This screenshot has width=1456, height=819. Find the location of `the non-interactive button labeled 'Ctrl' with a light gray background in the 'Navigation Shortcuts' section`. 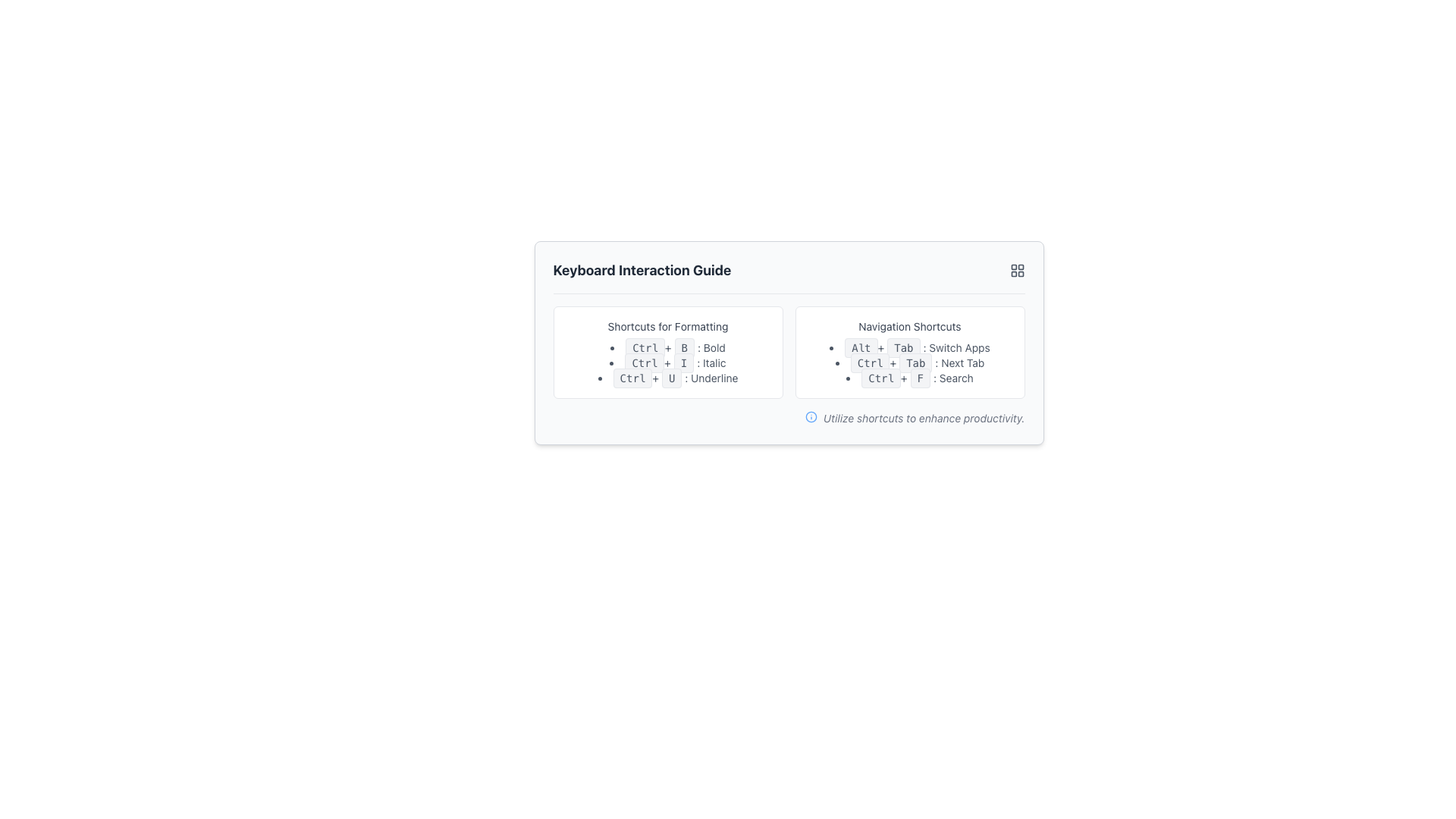

the non-interactive button labeled 'Ctrl' with a light gray background in the 'Navigation Shortcuts' section is located at coordinates (870, 362).